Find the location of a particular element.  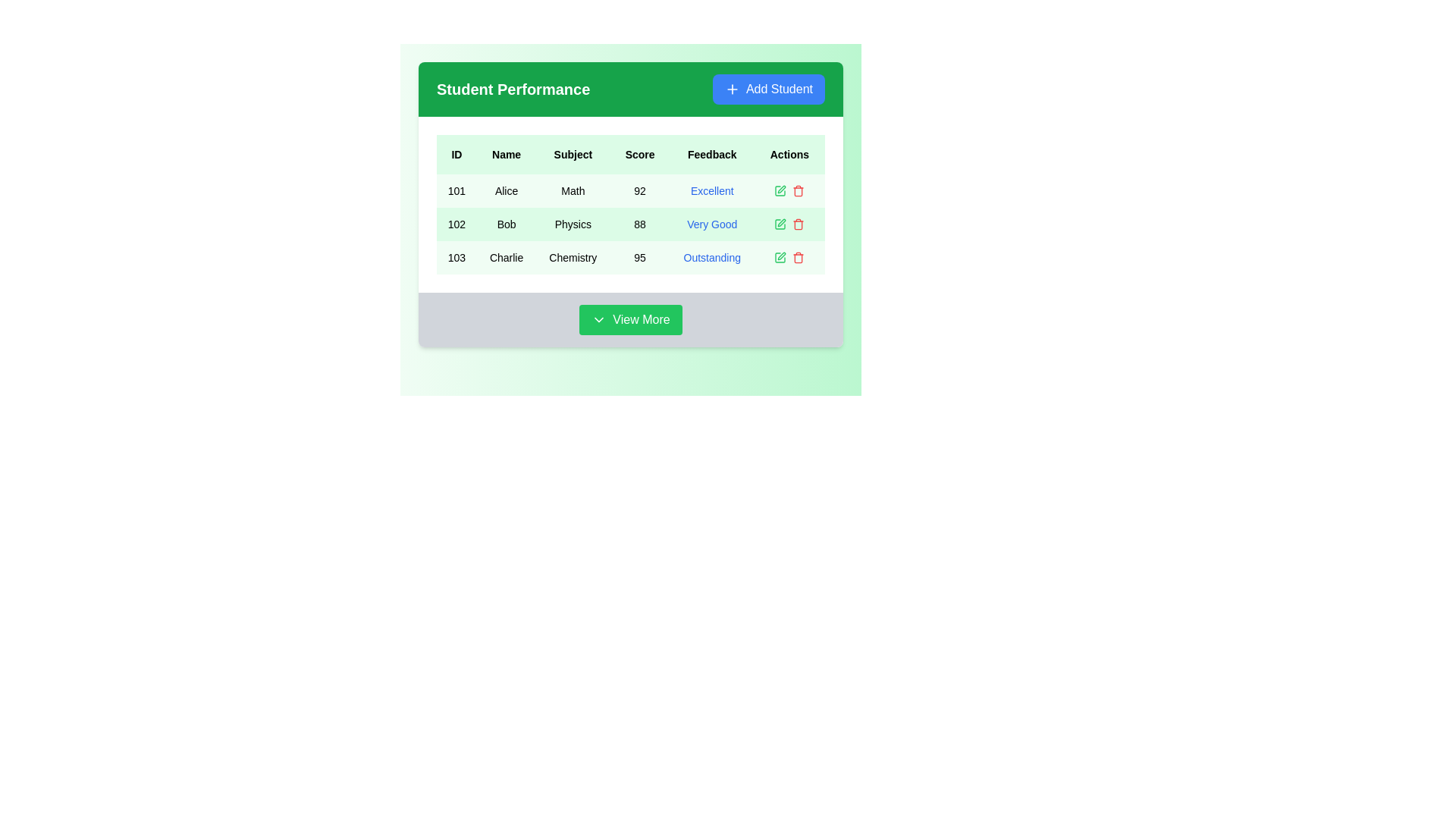

the static text label displaying the name 'Alice' in the second column of the first row of the student performance table is located at coordinates (507, 190).